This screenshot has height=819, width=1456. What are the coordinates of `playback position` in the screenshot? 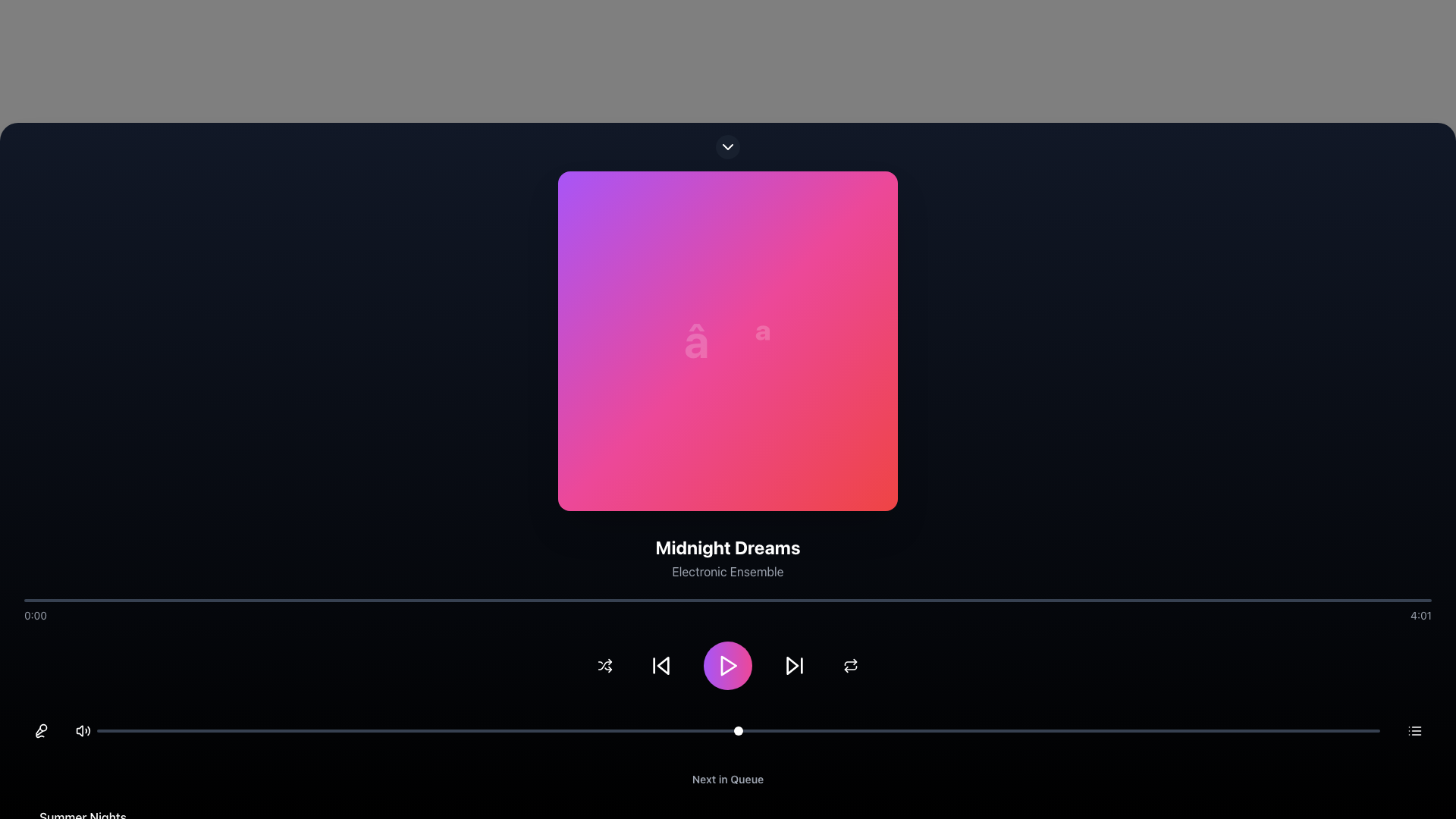 It's located at (670, 599).